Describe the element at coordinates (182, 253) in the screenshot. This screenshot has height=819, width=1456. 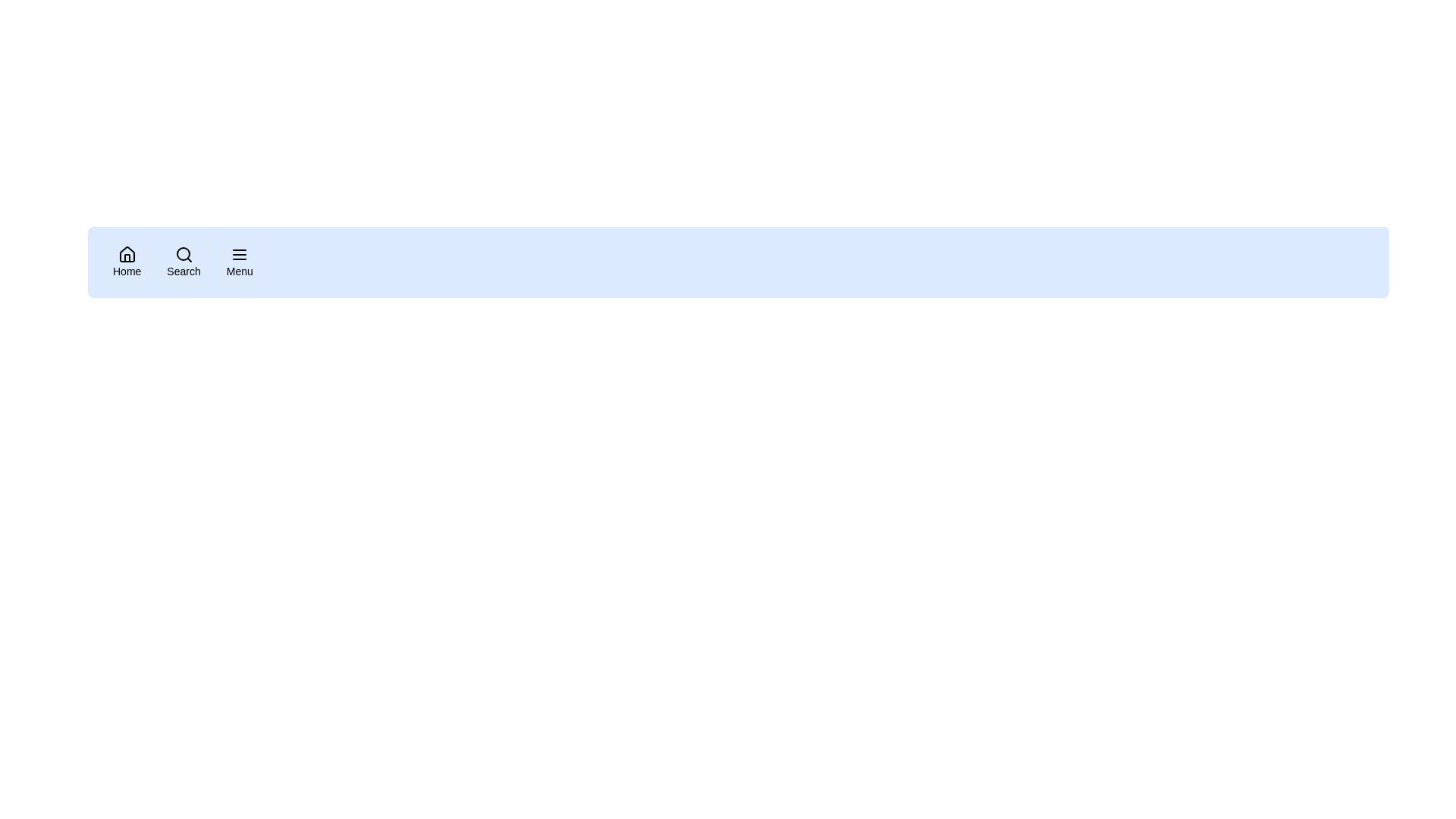
I see `the circular graphic component that symbolizes the lens of the magnifying glass in the search icon, which is the second navigation button from the left in the horizontal navigation bar` at that location.